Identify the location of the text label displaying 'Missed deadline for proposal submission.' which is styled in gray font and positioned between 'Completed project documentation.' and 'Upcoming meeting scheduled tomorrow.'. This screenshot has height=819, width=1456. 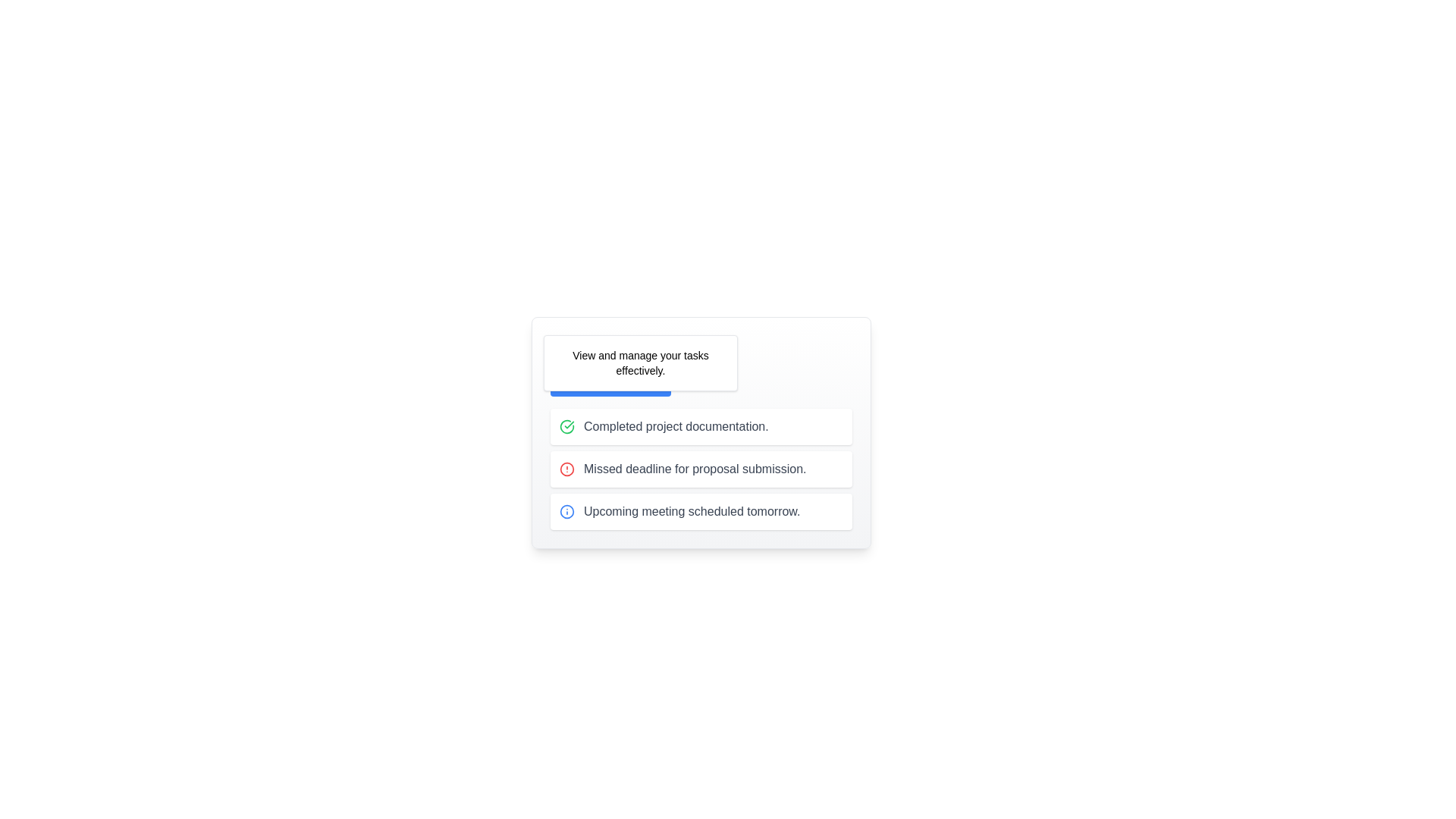
(694, 468).